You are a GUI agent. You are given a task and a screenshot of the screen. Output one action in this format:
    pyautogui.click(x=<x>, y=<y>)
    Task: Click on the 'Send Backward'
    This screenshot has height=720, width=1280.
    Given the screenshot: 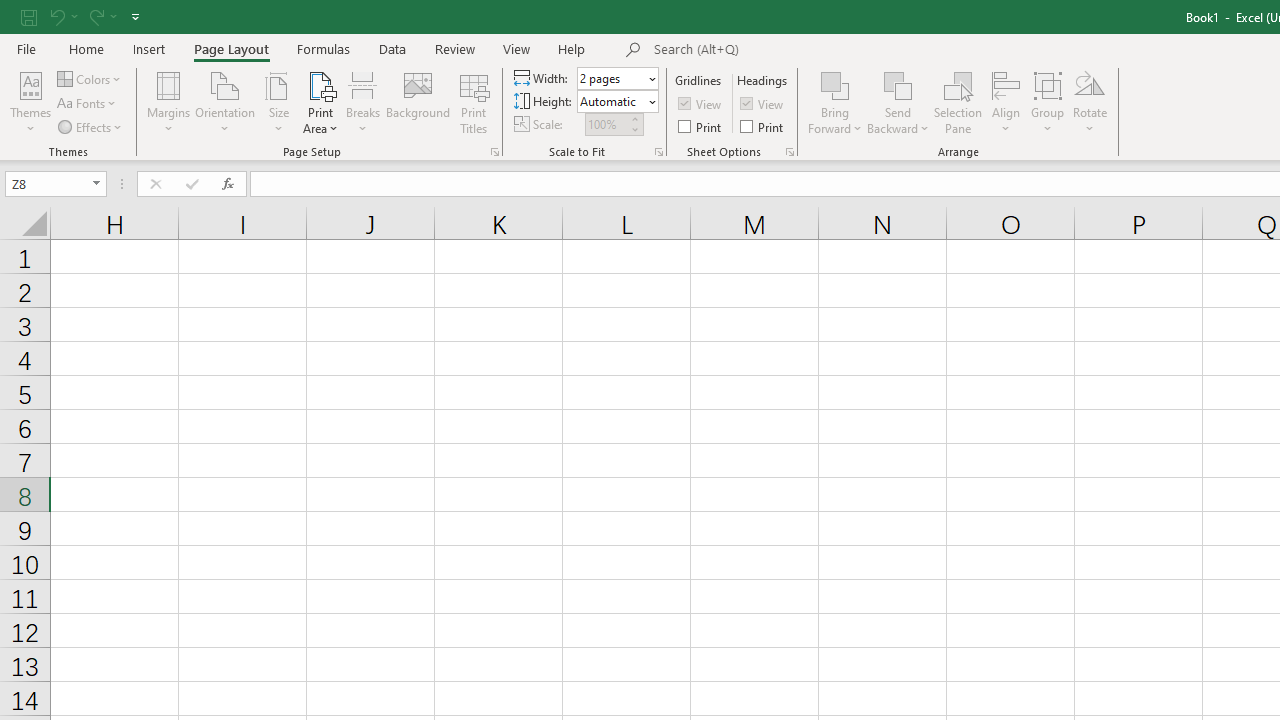 What is the action you would take?
    pyautogui.click(x=897, y=84)
    